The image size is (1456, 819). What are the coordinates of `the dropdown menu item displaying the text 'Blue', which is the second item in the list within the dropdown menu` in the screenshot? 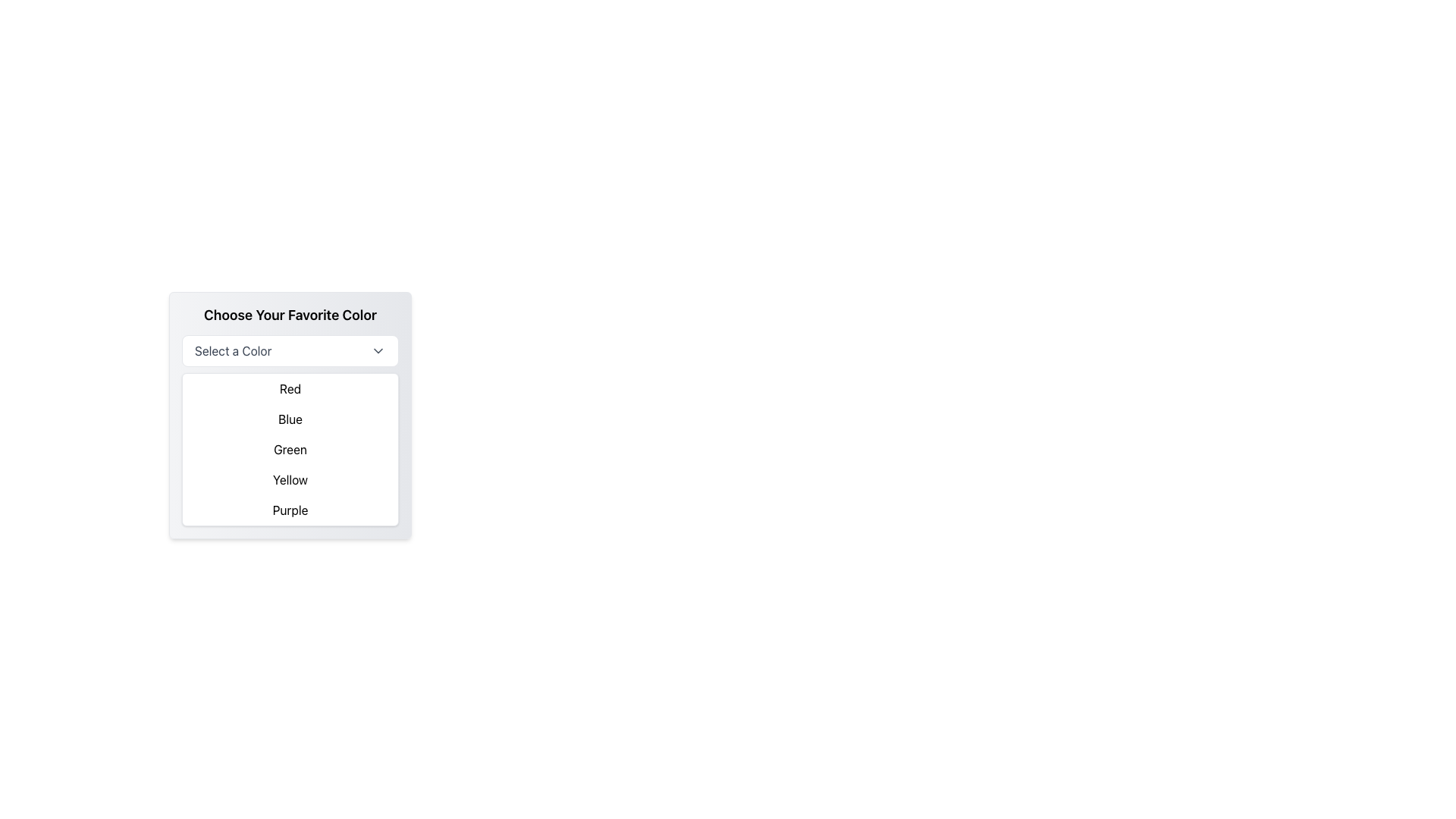 It's located at (290, 419).